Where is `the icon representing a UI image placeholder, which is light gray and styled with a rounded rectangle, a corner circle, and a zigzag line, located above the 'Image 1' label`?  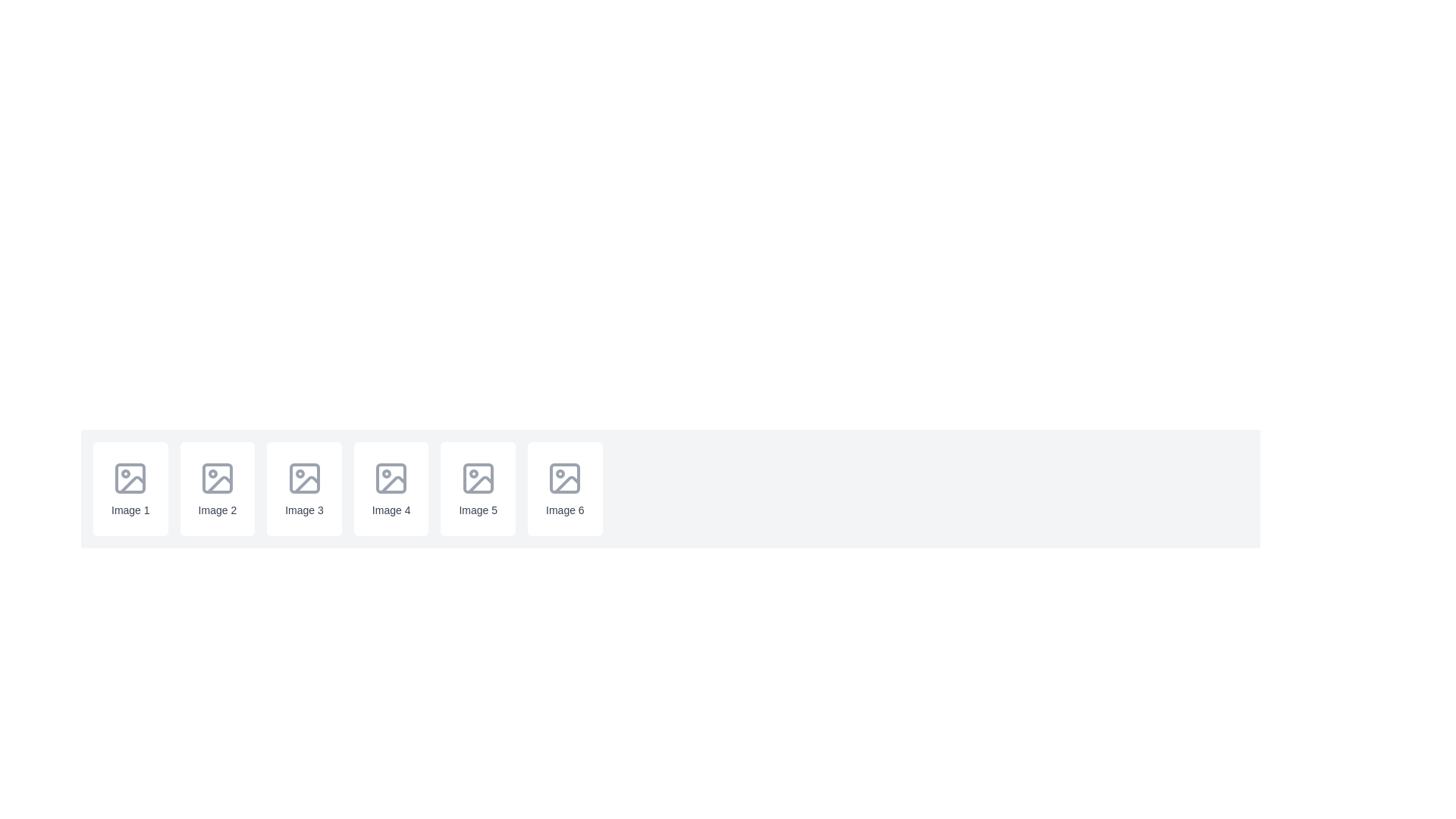 the icon representing a UI image placeholder, which is light gray and styled with a rounded rectangle, a corner circle, and a zigzag line, located above the 'Image 1' label is located at coordinates (130, 479).